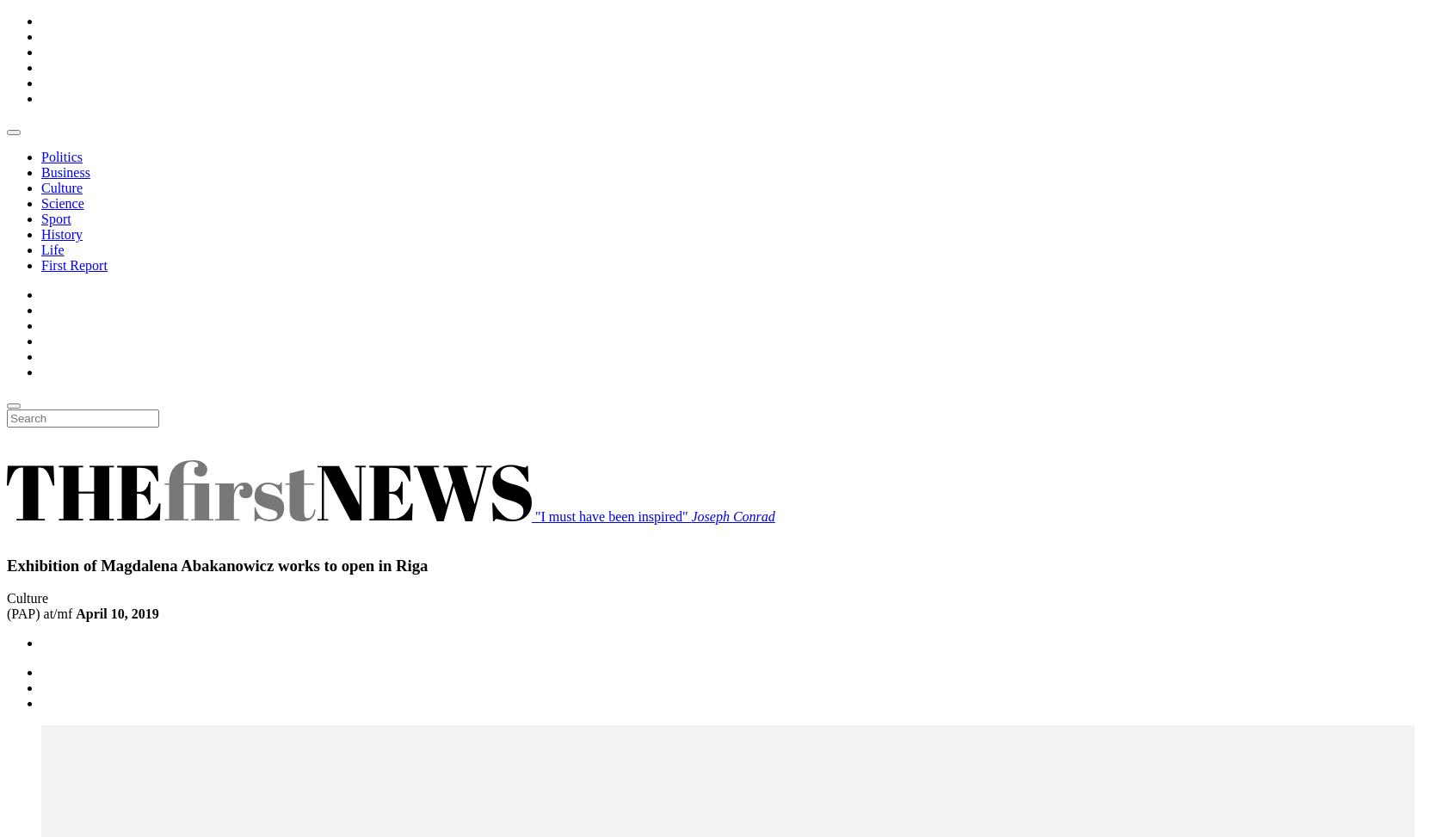 The height and width of the screenshot is (837, 1456). Describe the element at coordinates (73, 265) in the screenshot. I see `'First Report'` at that location.